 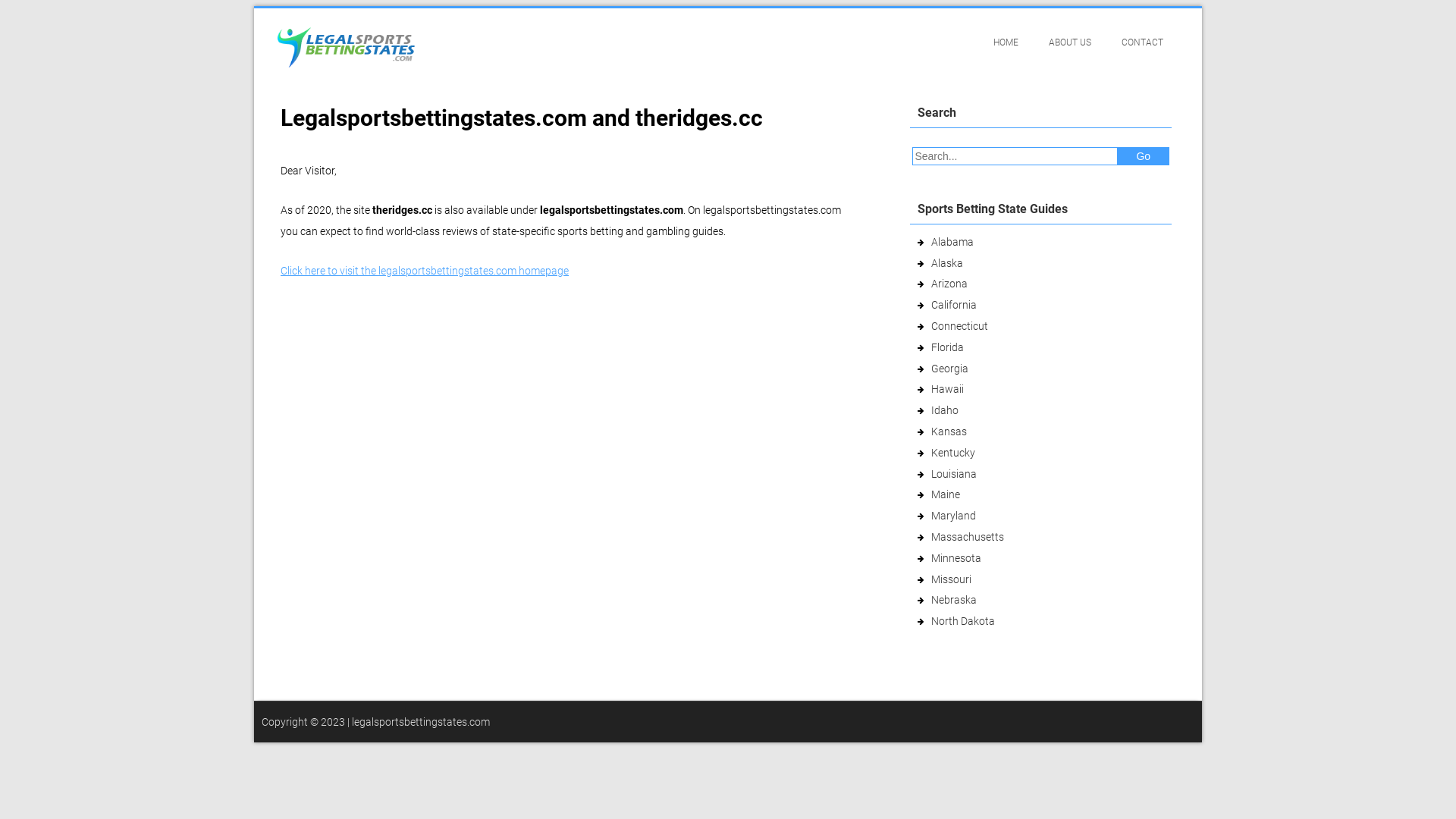 I want to click on 'Massachusetts', so click(x=967, y=536).